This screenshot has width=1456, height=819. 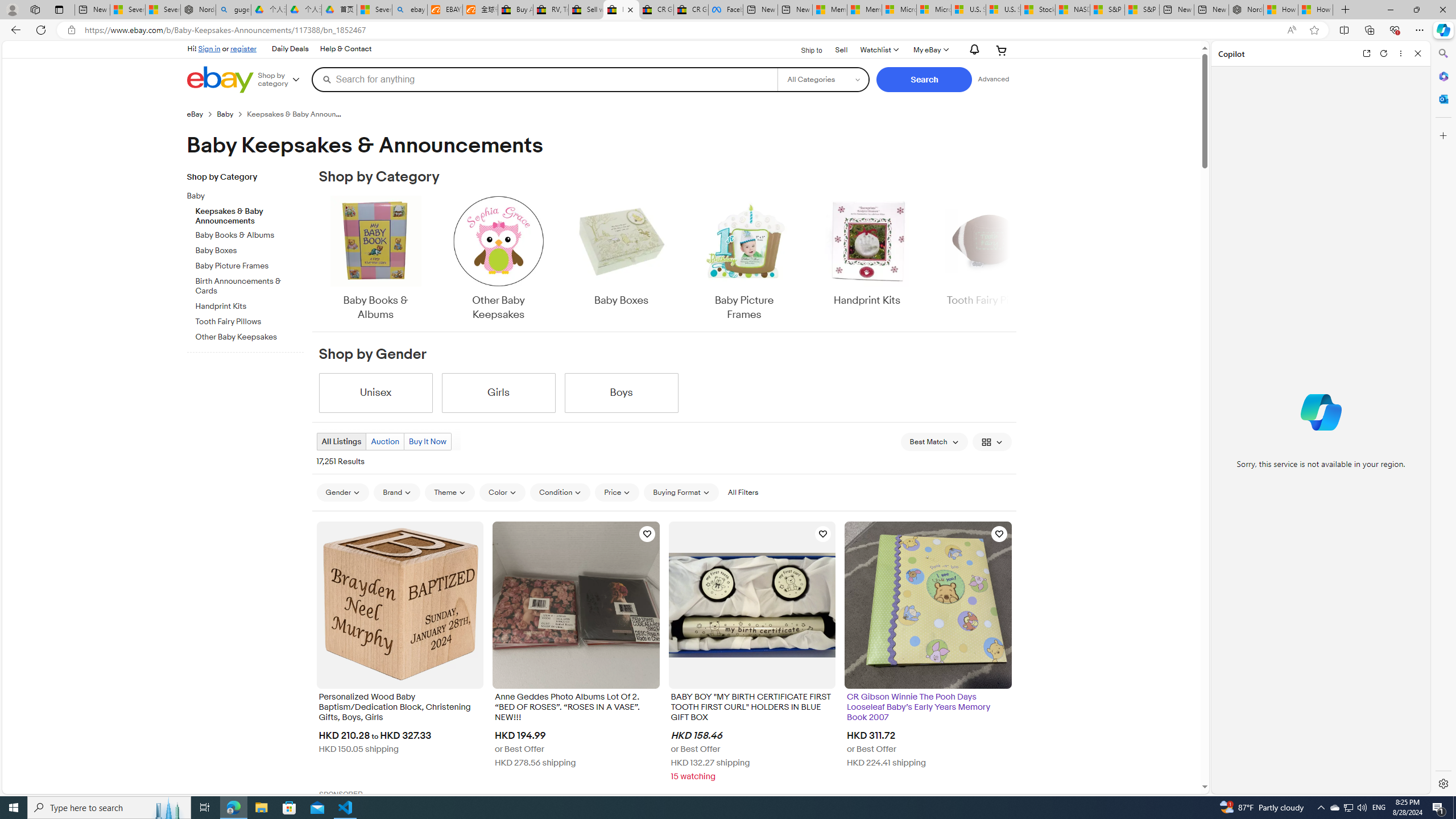 What do you see at coordinates (250, 283) in the screenshot?
I see `'Birth Announcements & Cards'` at bounding box center [250, 283].